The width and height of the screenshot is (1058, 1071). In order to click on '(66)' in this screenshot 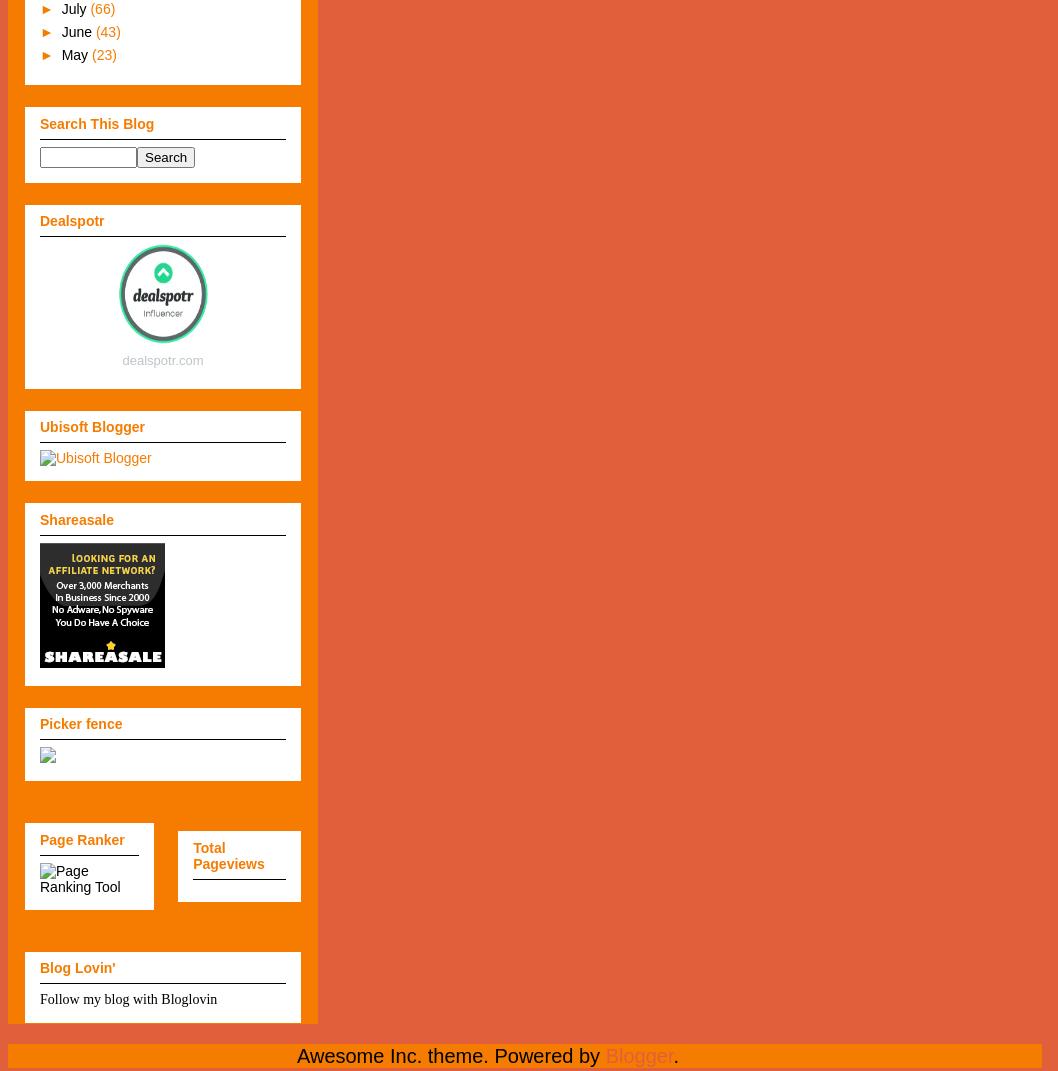, I will do `click(101, 7)`.